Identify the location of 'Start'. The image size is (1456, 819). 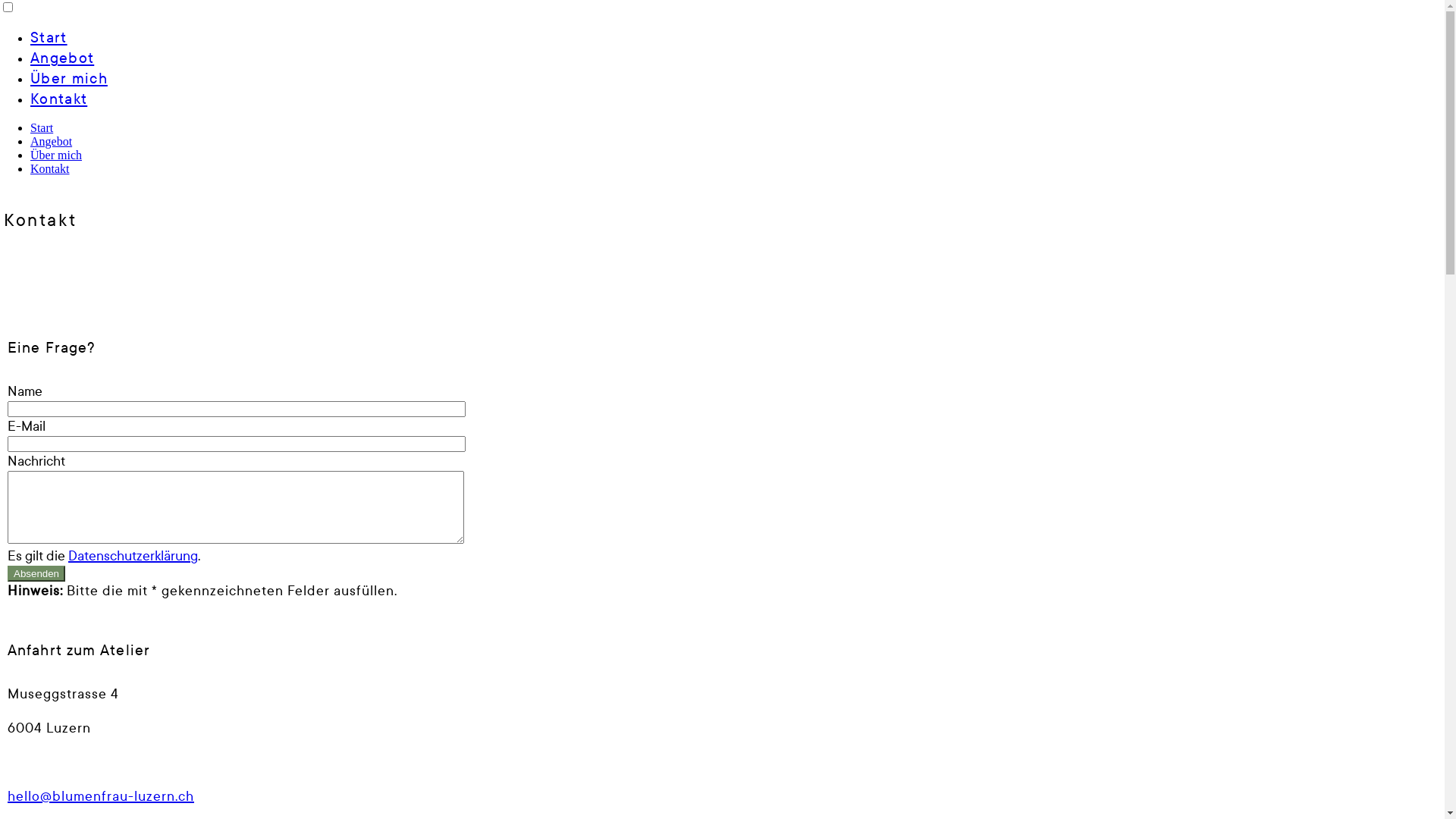
(41, 127).